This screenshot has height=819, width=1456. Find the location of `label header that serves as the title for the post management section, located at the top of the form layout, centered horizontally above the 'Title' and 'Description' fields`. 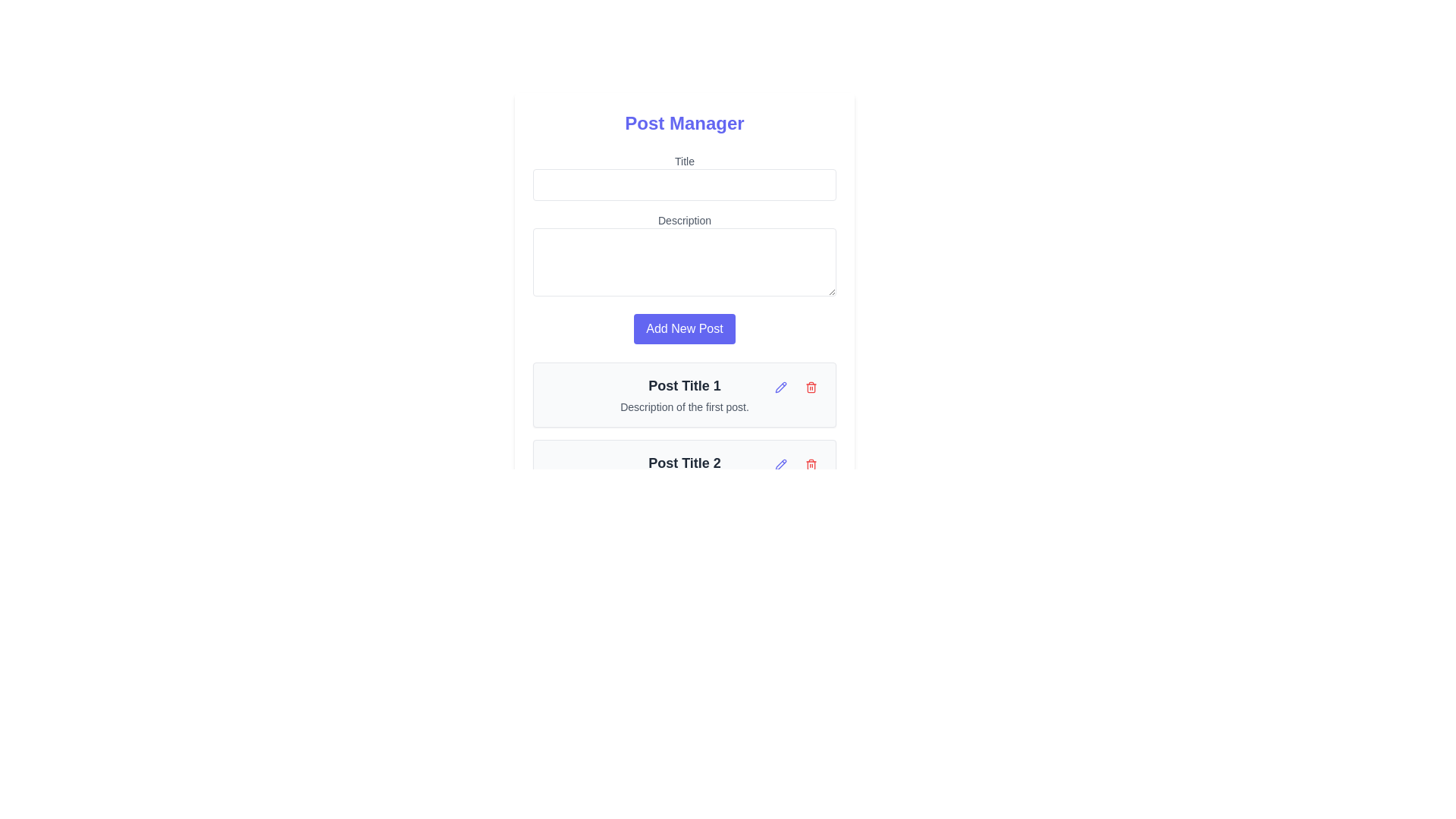

label header that serves as the title for the post management section, located at the top of the form layout, centered horizontally above the 'Title' and 'Description' fields is located at coordinates (683, 122).